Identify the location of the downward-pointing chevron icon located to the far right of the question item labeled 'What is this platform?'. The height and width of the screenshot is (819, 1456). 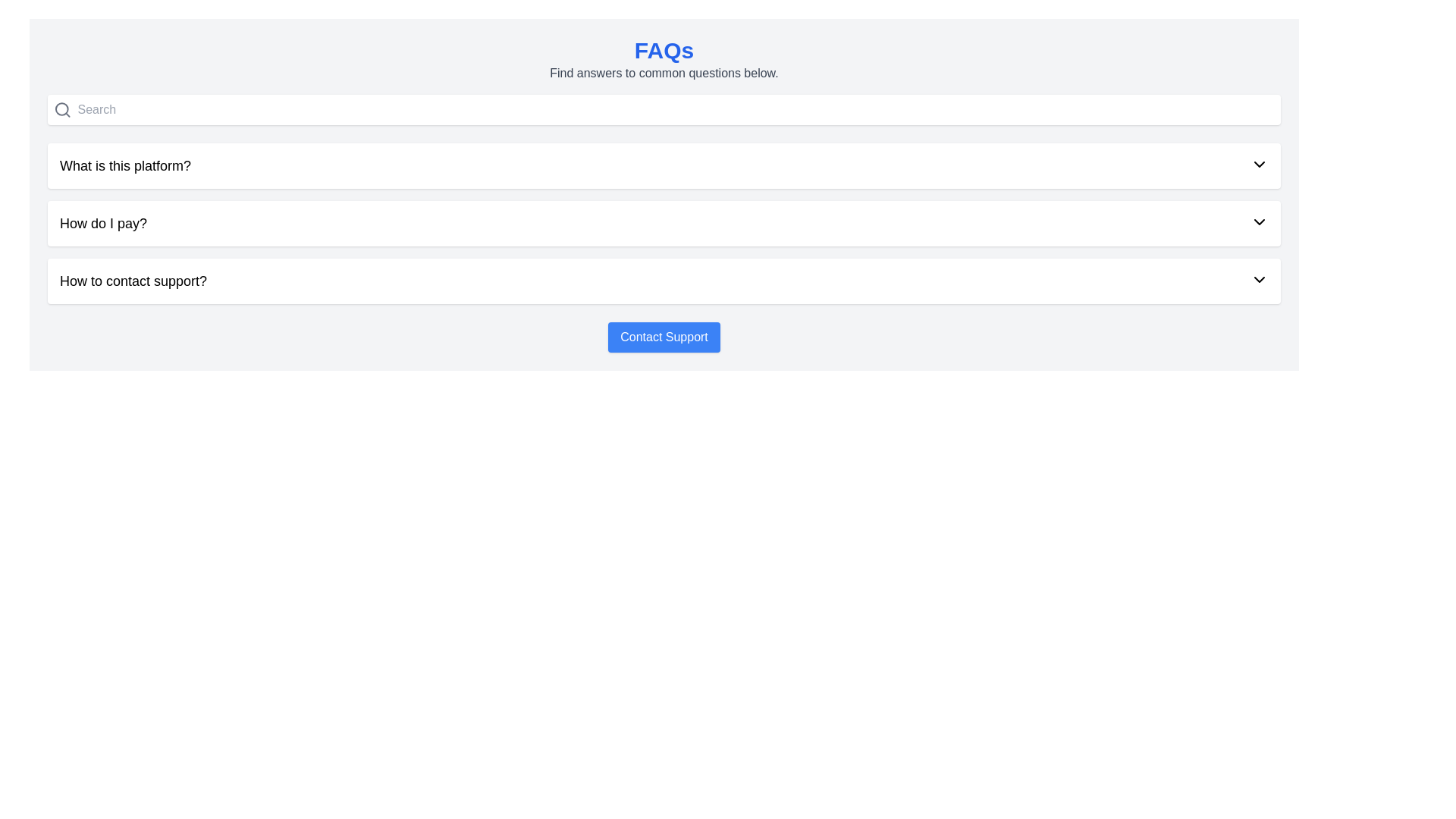
(1259, 164).